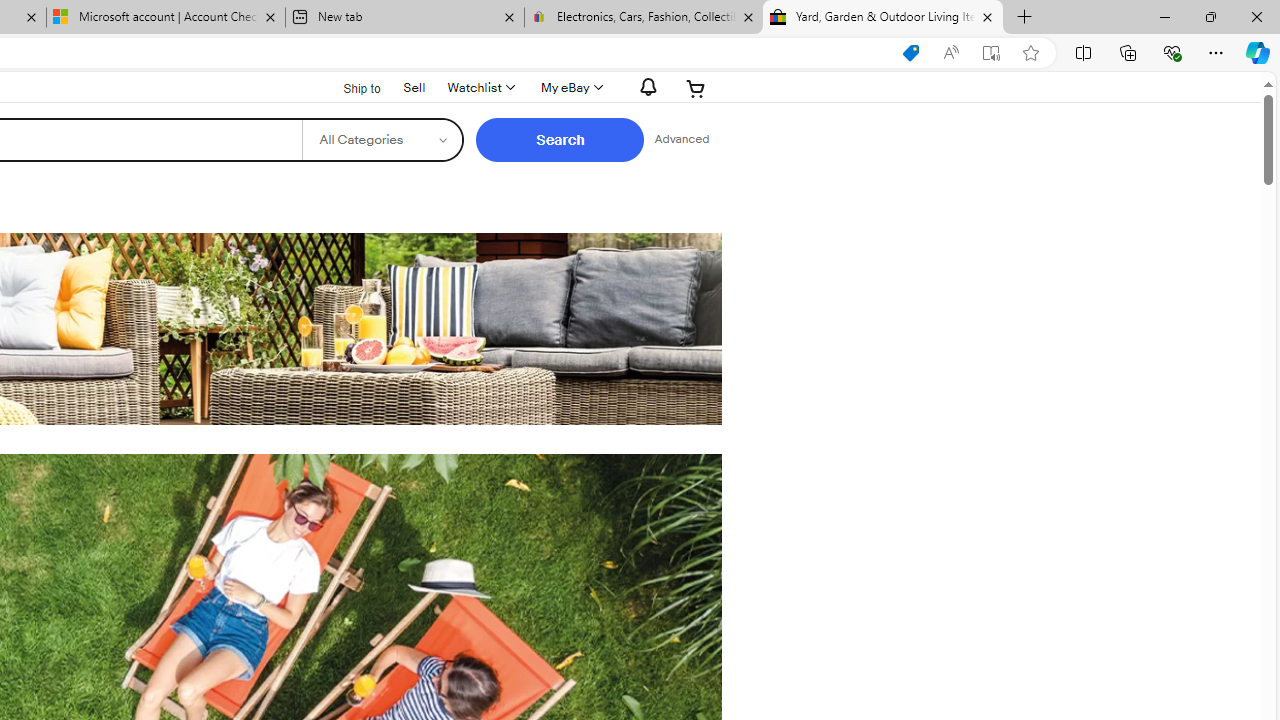 The width and height of the screenshot is (1280, 720). Describe the element at coordinates (696, 87) in the screenshot. I see `'Expand Cart'` at that location.